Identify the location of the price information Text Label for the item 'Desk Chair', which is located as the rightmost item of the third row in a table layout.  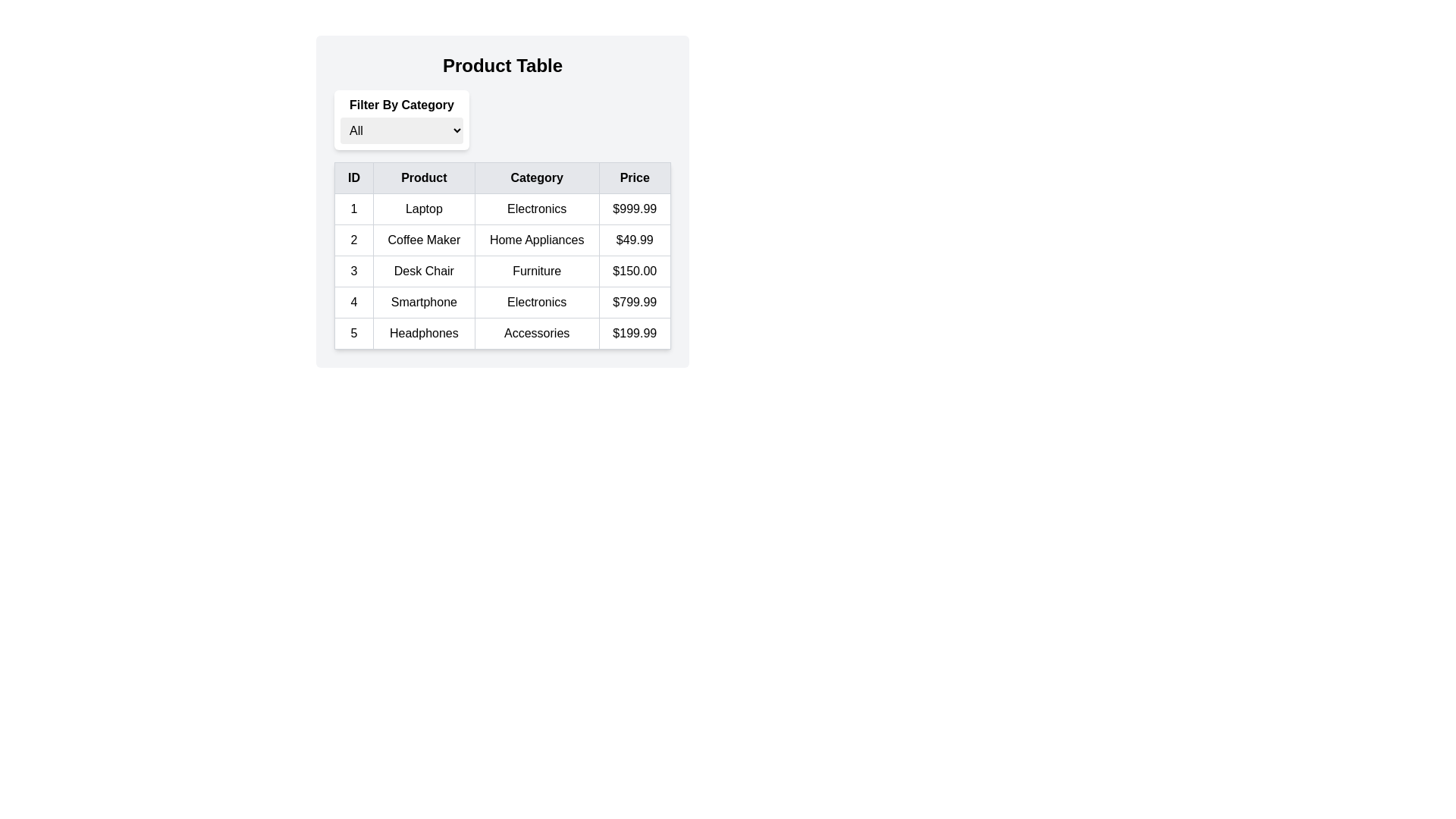
(635, 271).